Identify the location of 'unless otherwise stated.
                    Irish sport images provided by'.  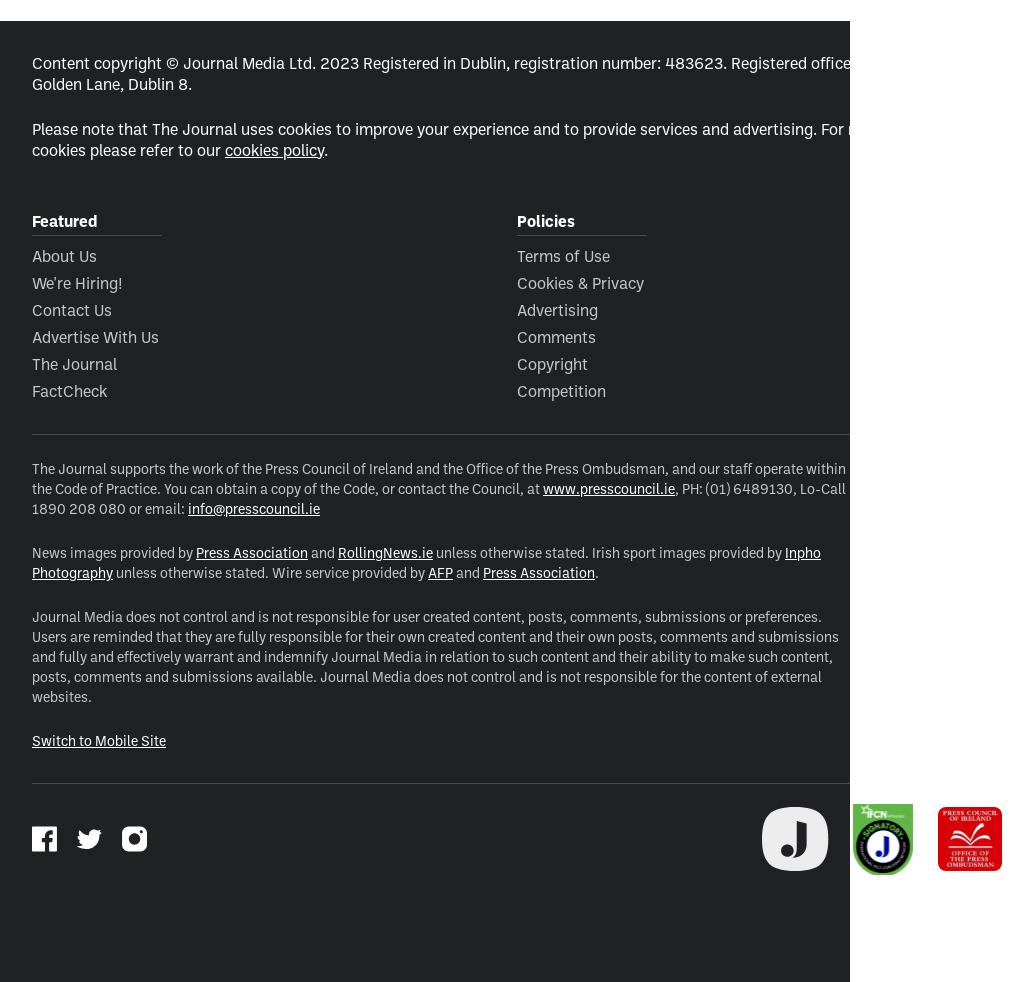
(609, 550).